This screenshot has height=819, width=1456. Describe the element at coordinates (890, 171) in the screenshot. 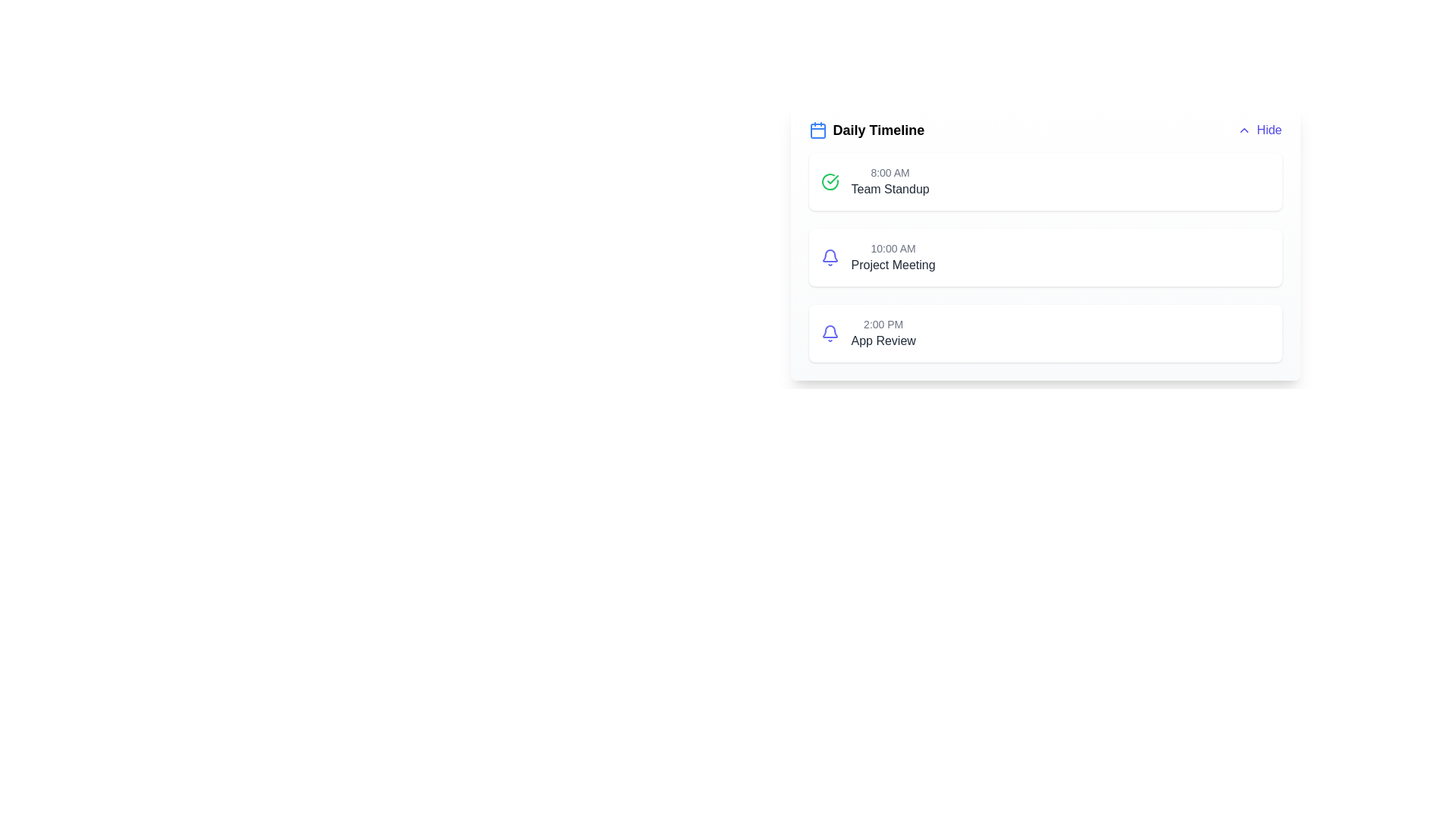

I see `the static text label displaying '8:00 AM', which is located in the top left section of the card-like component for the daily event schedule, above the 'Team Standup' label` at that location.